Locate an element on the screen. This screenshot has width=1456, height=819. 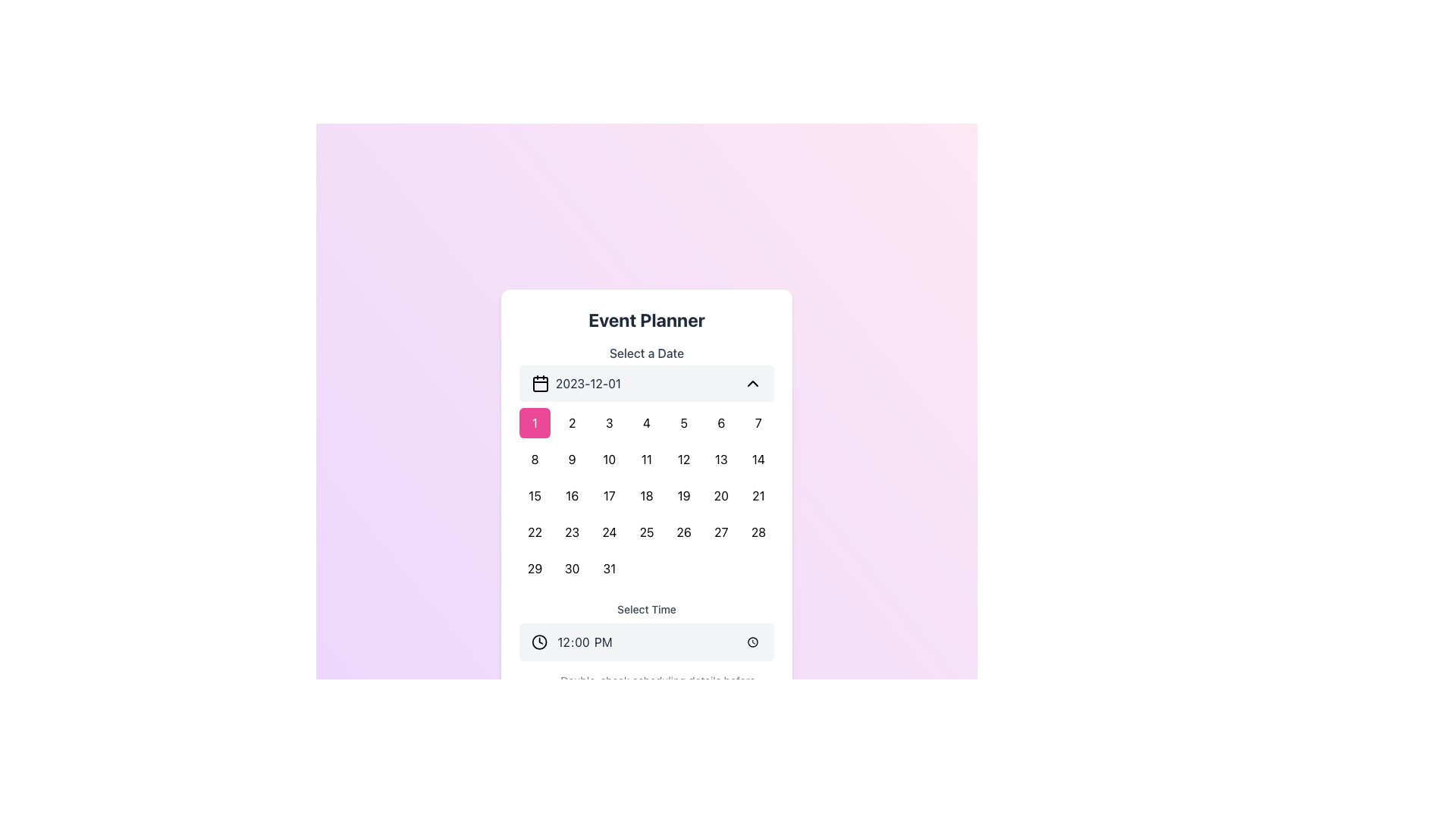
the button in the last row, first cell of the calendar grid is located at coordinates (535, 568).